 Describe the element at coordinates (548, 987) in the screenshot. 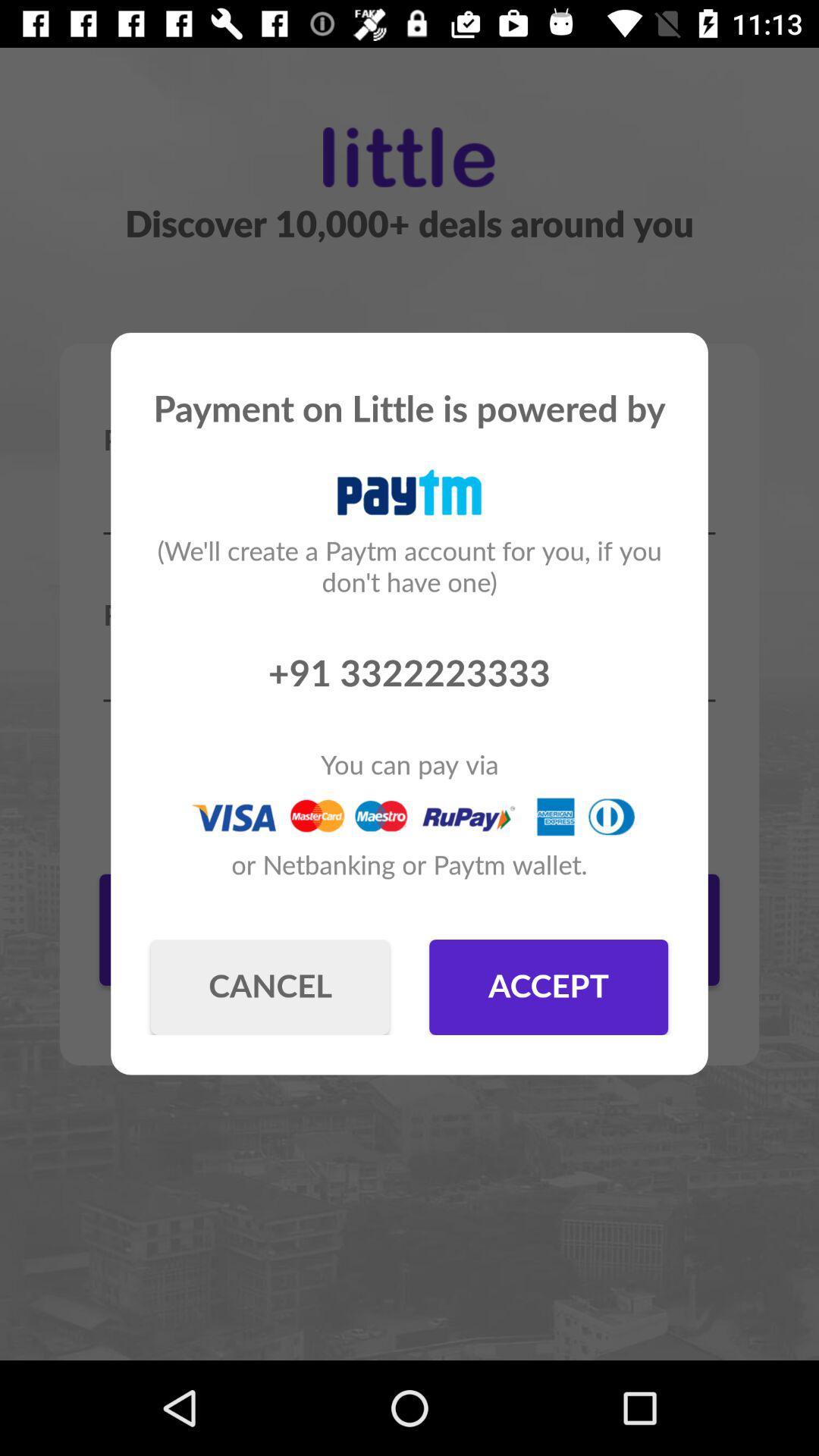

I see `item next to the cancel button` at that location.